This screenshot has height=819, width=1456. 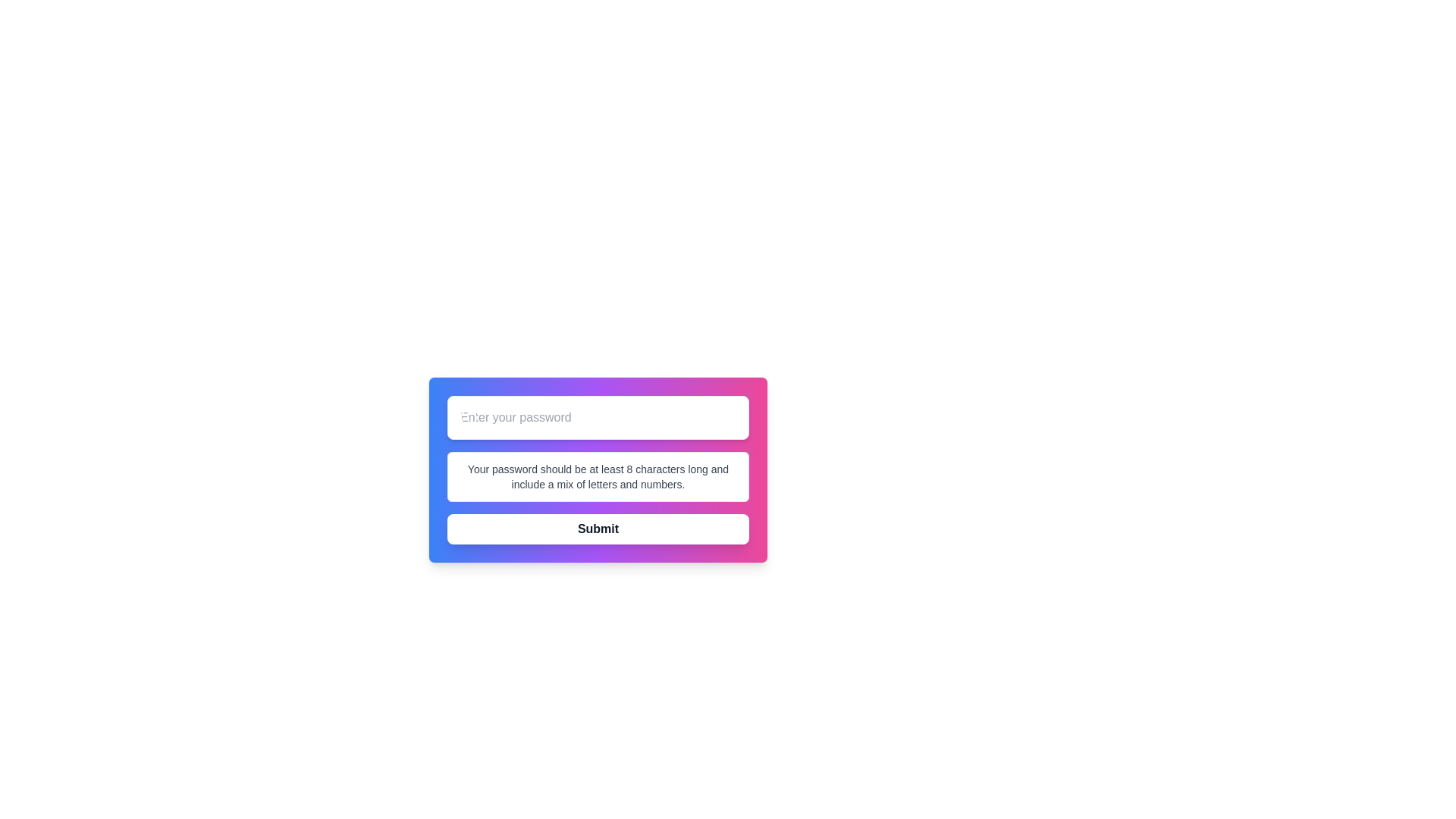 What do you see at coordinates (468, 418) in the screenshot?
I see `the information icon located to the left of the password input field` at bounding box center [468, 418].